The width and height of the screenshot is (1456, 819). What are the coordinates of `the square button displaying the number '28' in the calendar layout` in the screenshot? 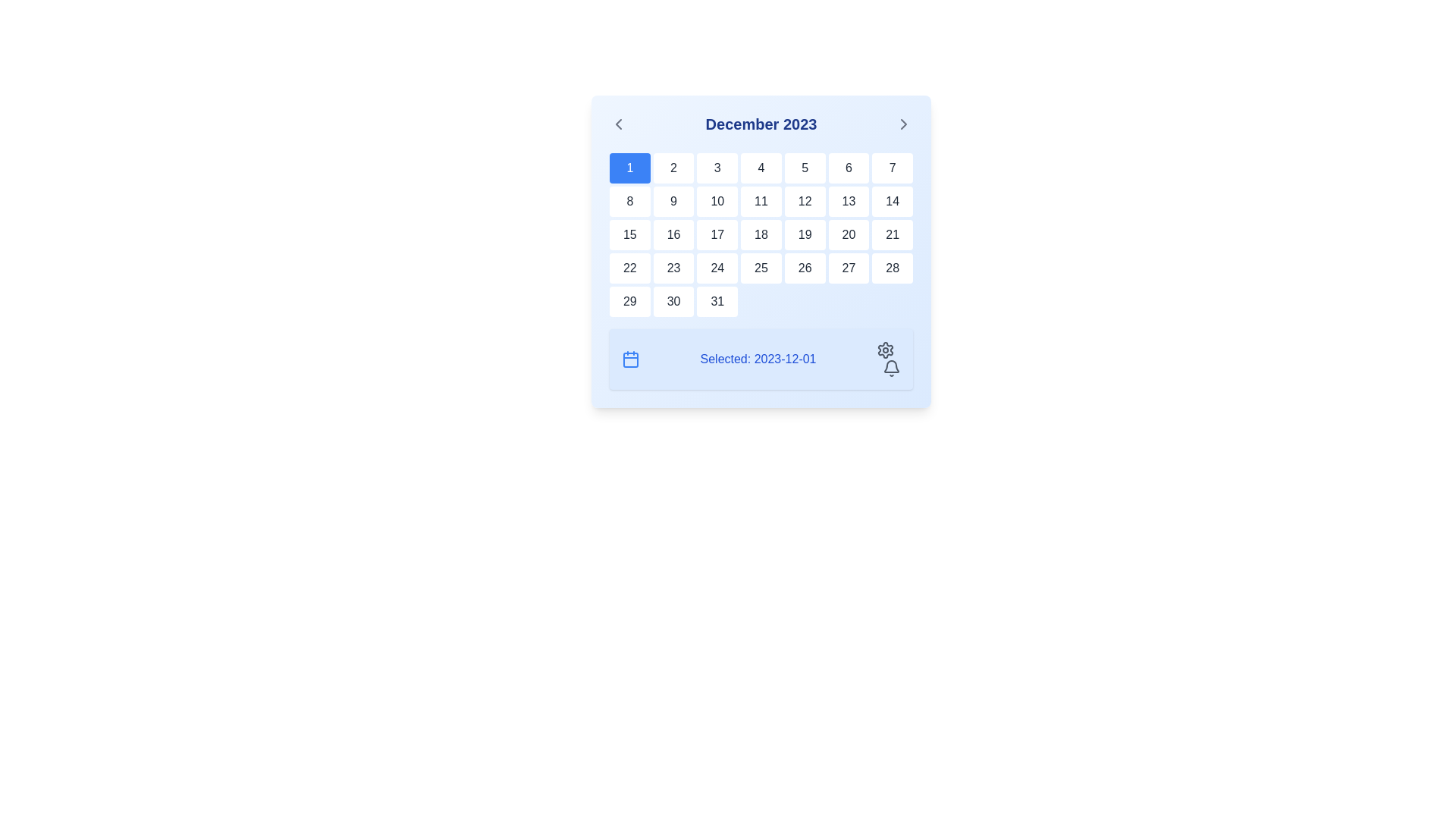 It's located at (893, 268).